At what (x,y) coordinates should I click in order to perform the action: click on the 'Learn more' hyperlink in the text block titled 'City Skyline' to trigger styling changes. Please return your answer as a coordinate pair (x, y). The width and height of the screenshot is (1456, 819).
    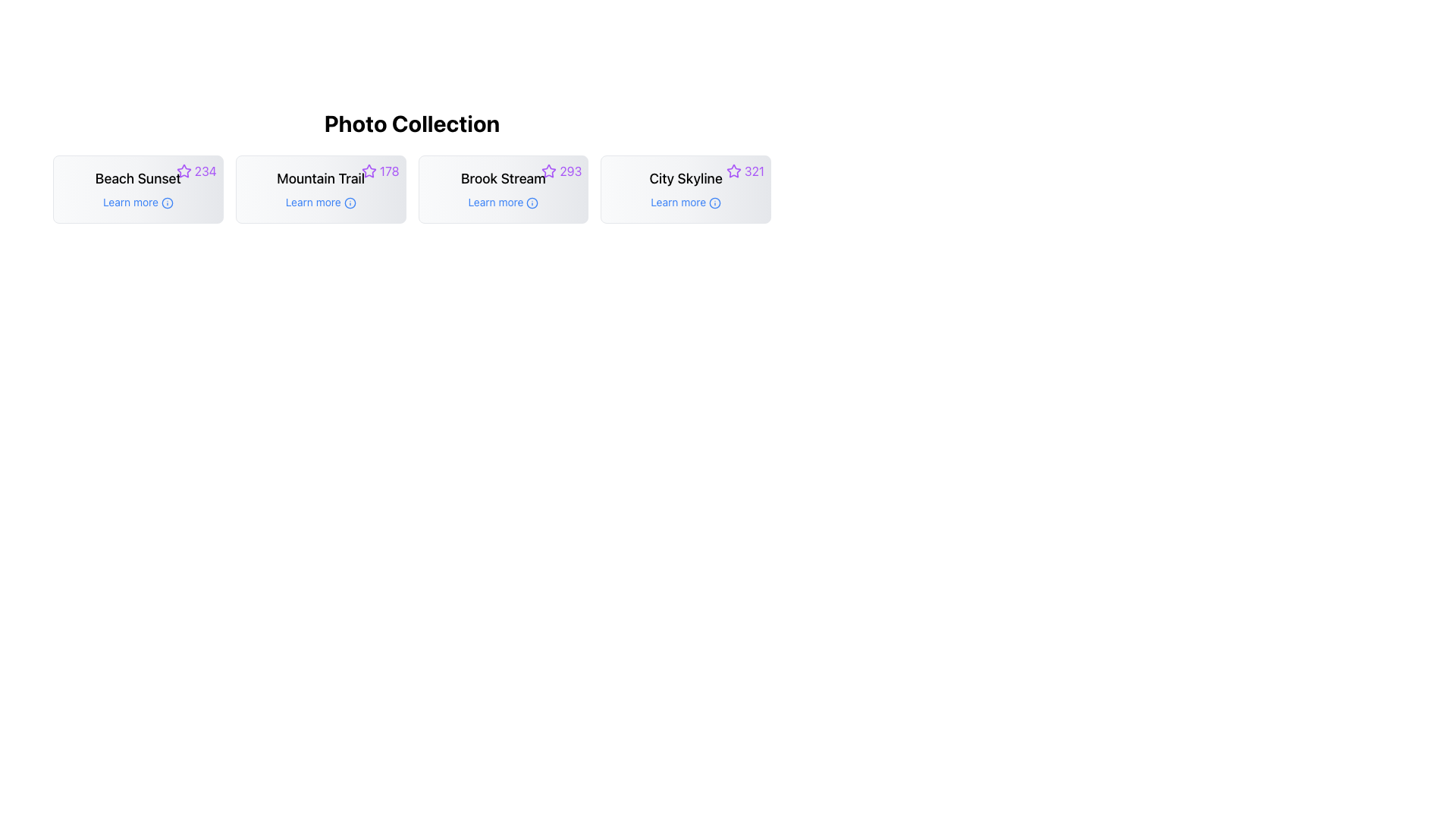
    Looking at the image, I should click on (685, 189).